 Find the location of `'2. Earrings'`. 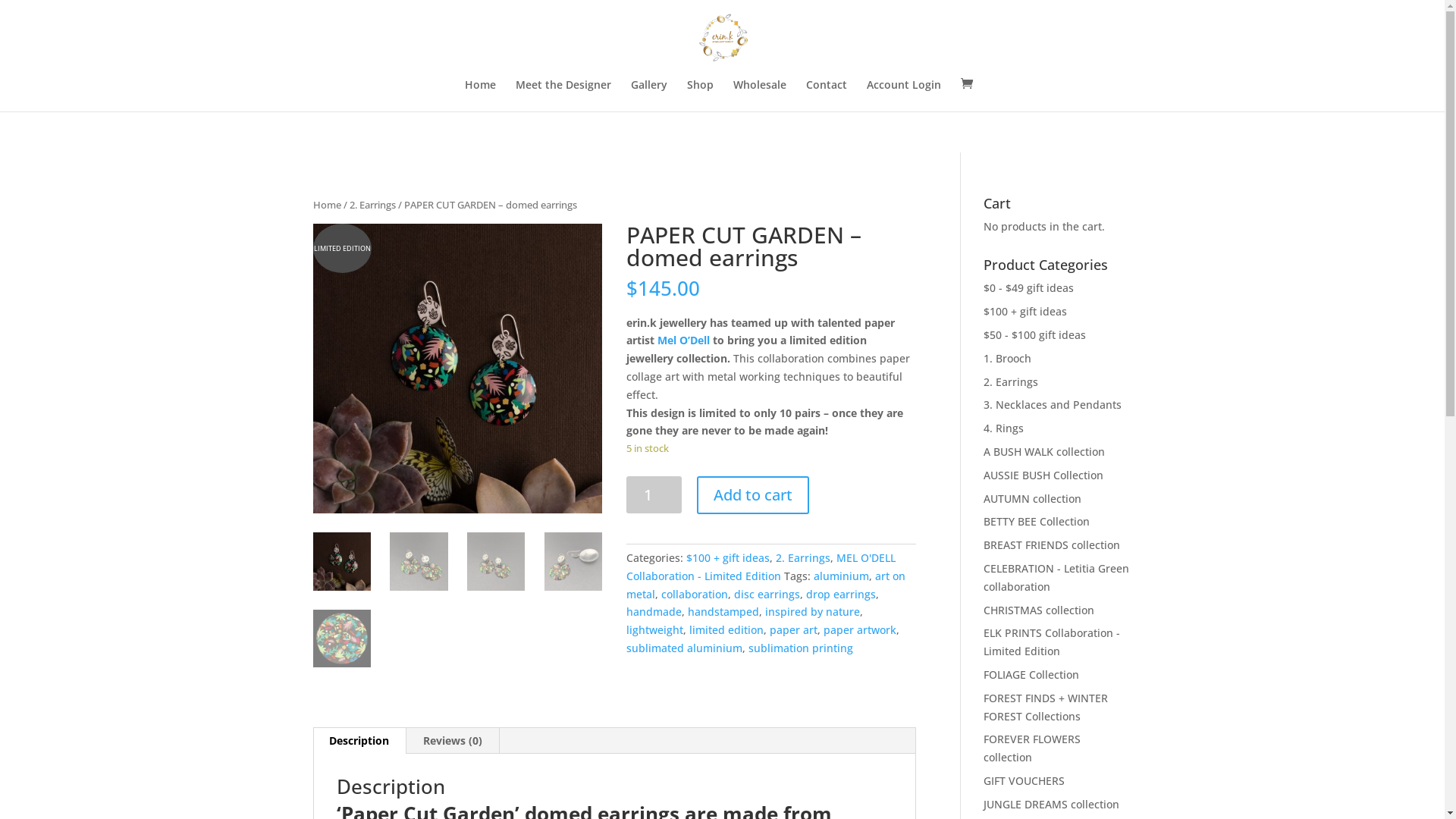

'2. Earrings' is located at coordinates (1011, 381).